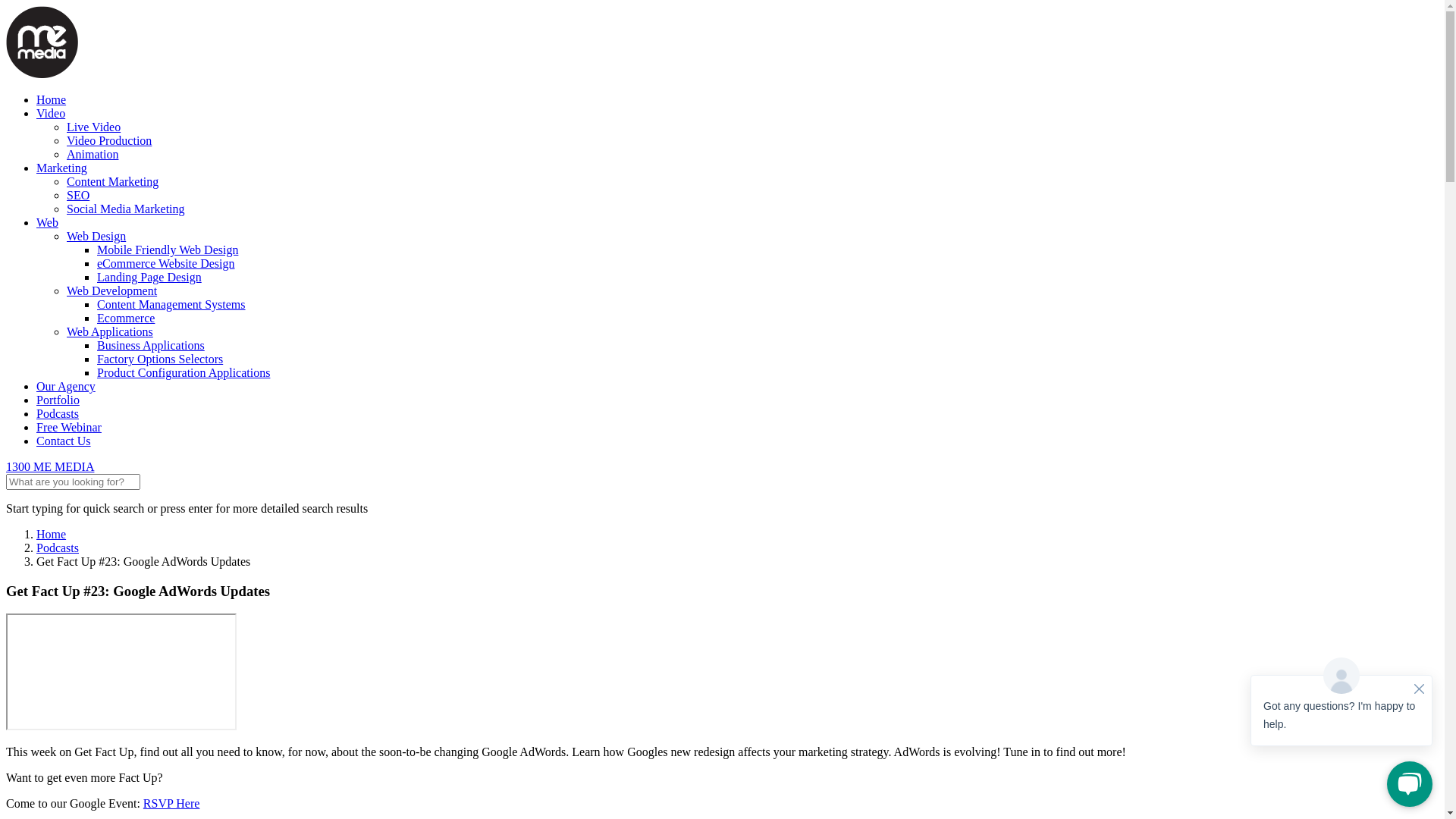 The width and height of the screenshot is (1456, 819). I want to click on 'Web Development', so click(111, 290).